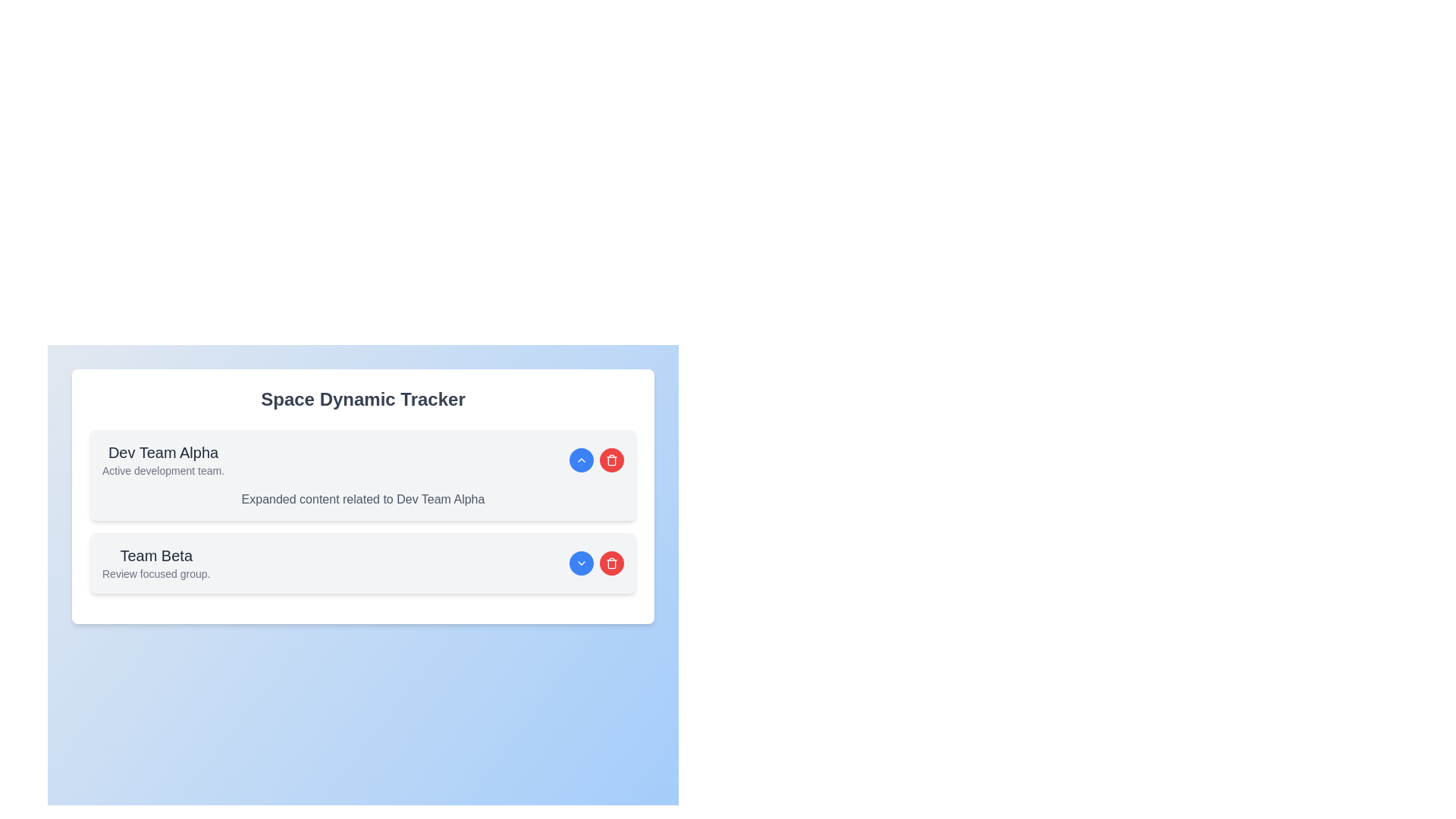 This screenshot has width=1456, height=819. I want to click on the delete button located at the end of the horizontal layout, slightly to the right of a blue circular button with a downwards arrow, so click(611, 563).